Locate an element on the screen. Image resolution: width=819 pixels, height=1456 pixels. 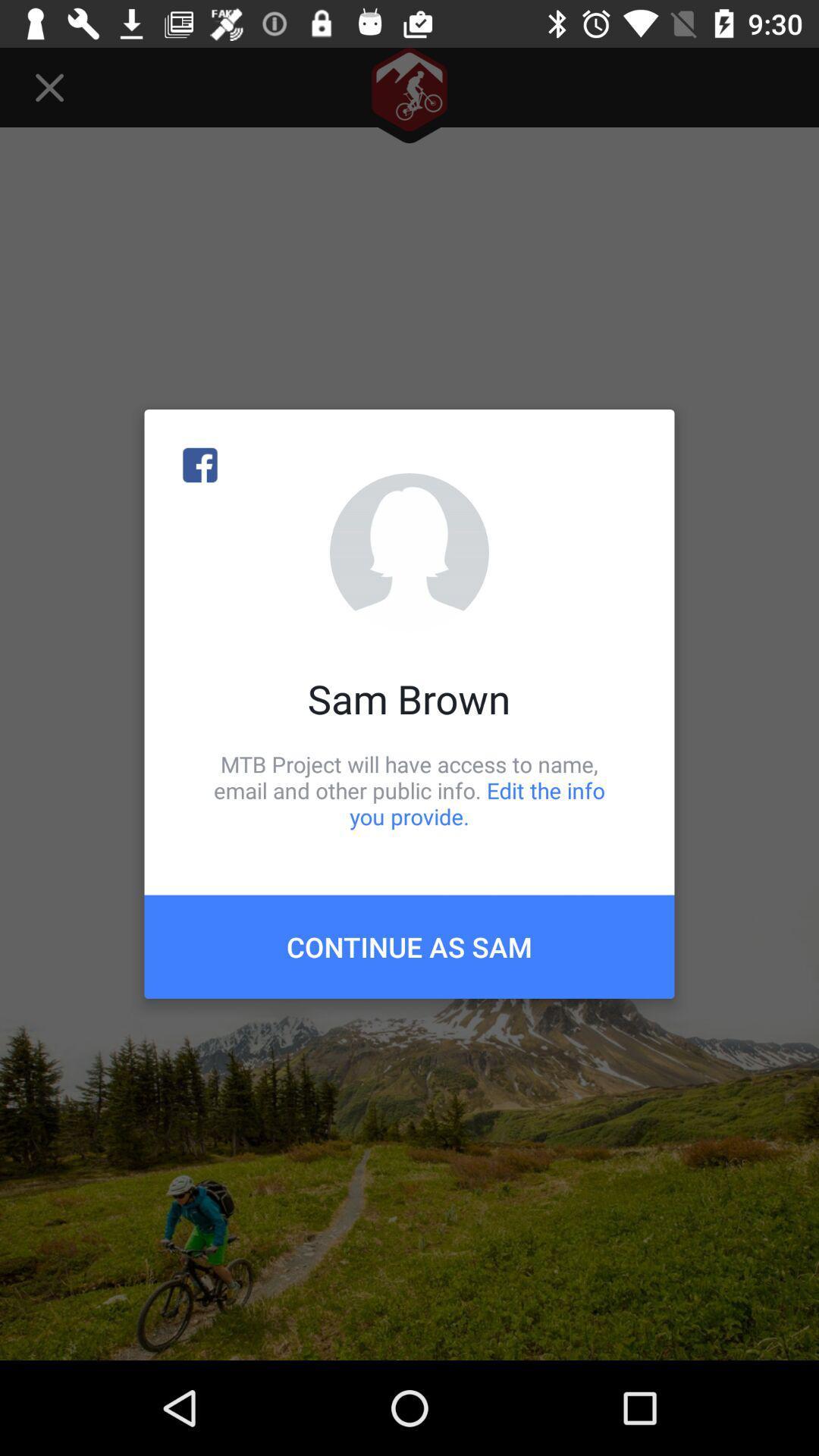
icon above continue as sam icon is located at coordinates (409, 789).